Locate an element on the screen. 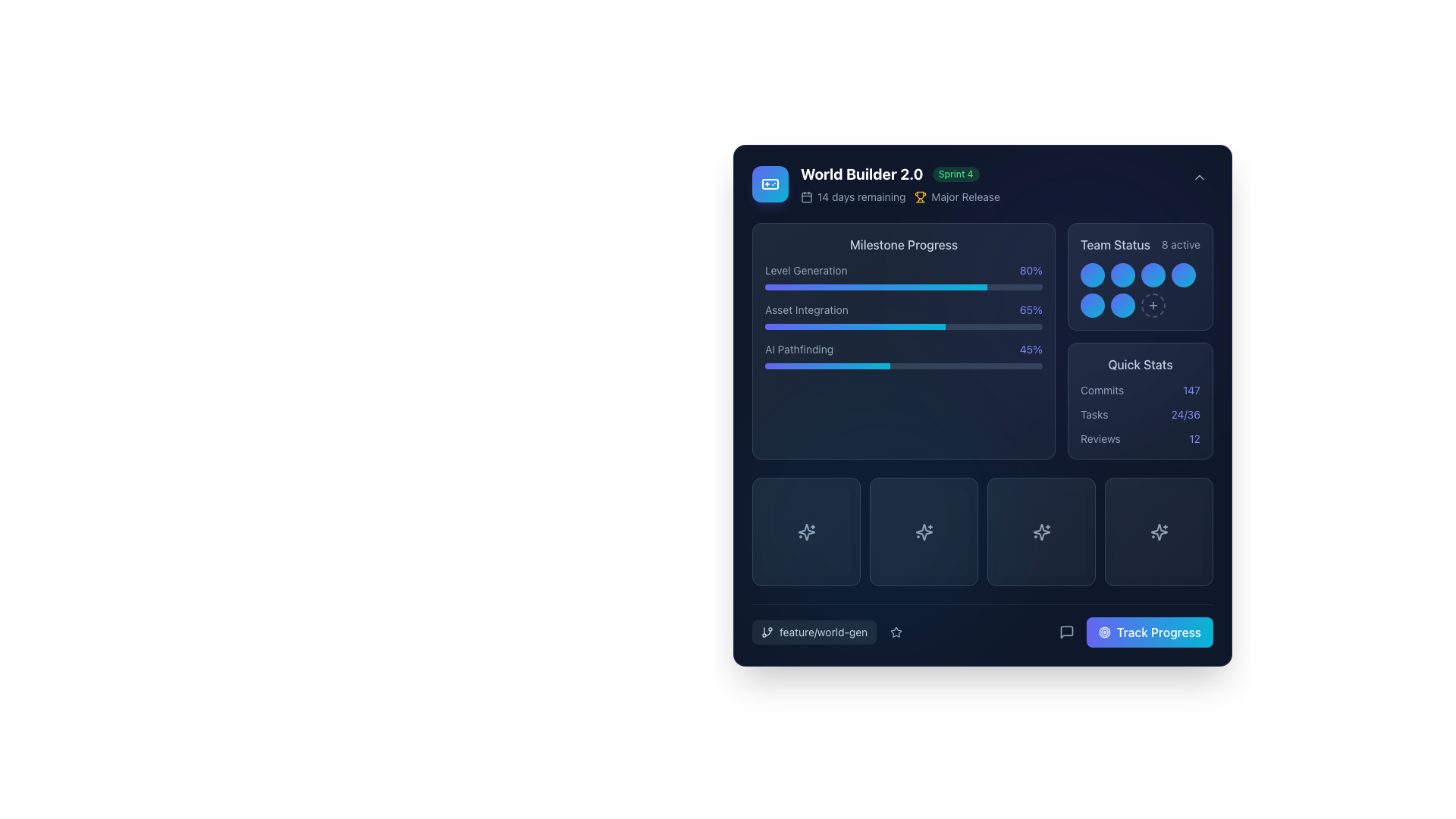 The height and width of the screenshot is (819, 1456). the text label that indicates the completion percentage of the 'Asset Integration' milestone, located in the right part of the 'Asset Integration' row within the 'Milestone Progress' section is located at coordinates (1031, 309).